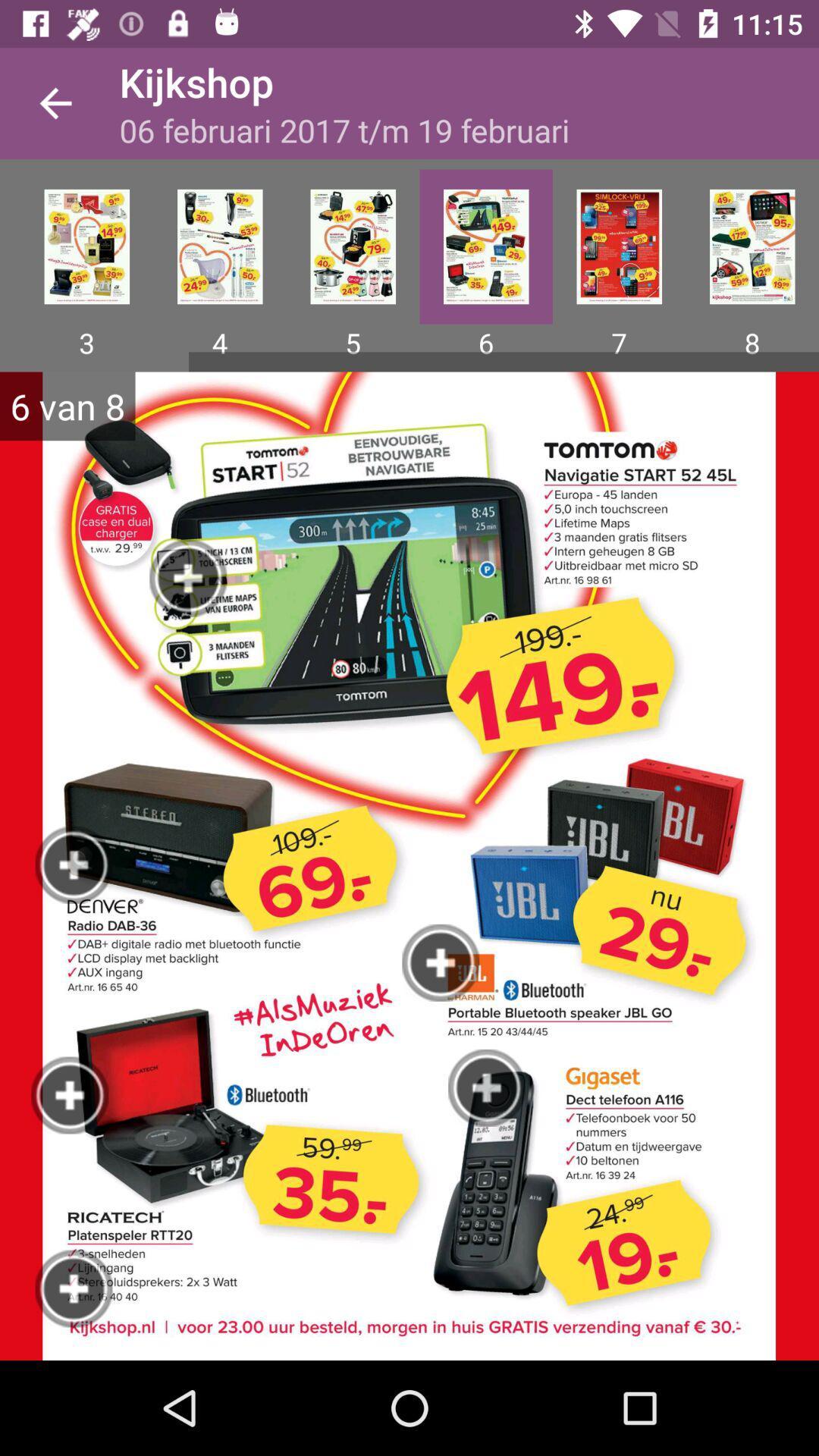 This screenshot has width=819, height=1456. What do you see at coordinates (353, 246) in the screenshot?
I see `the book icon` at bounding box center [353, 246].